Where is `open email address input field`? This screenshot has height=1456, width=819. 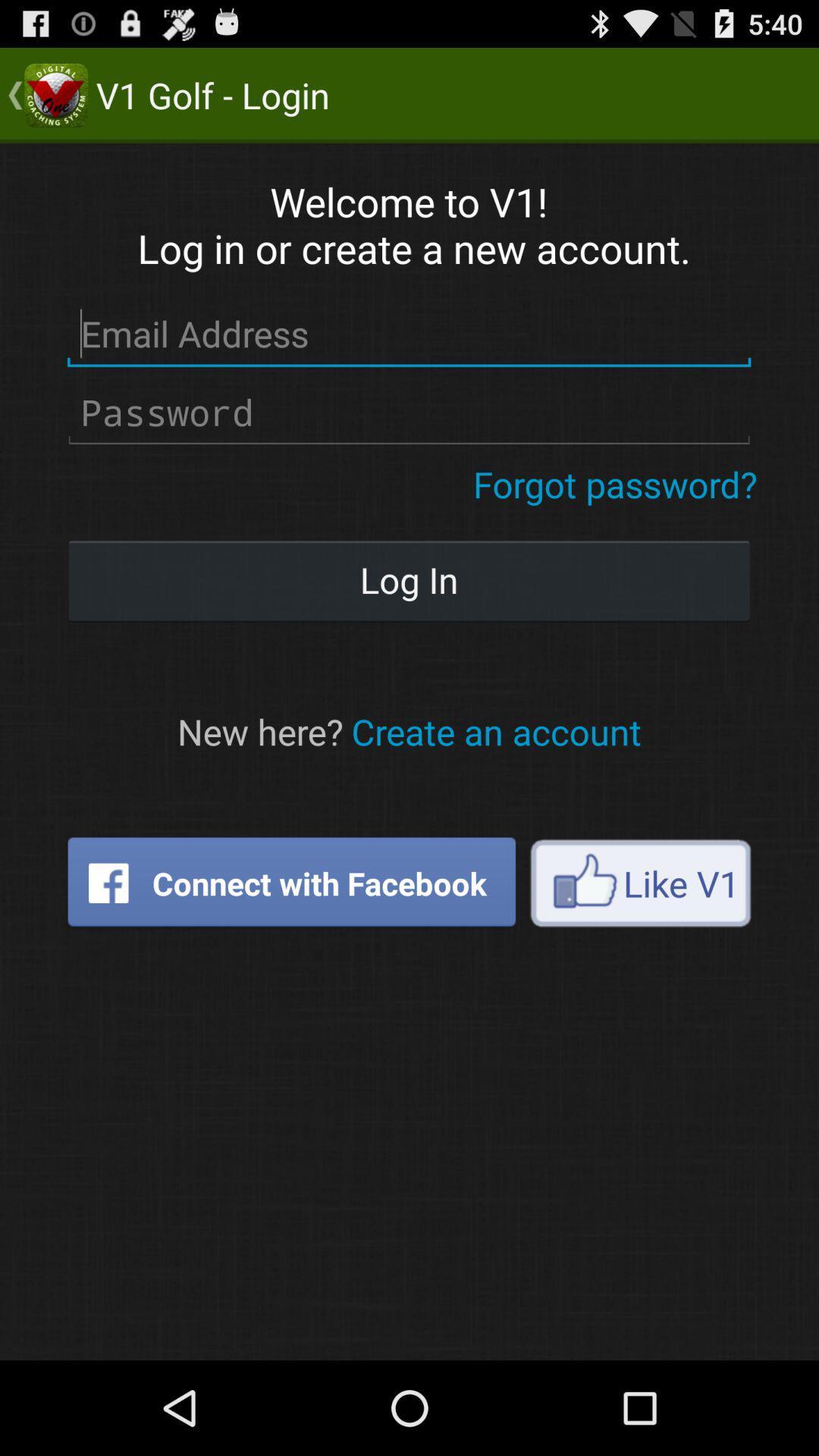
open email address input field is located at coordinates (408, 334).